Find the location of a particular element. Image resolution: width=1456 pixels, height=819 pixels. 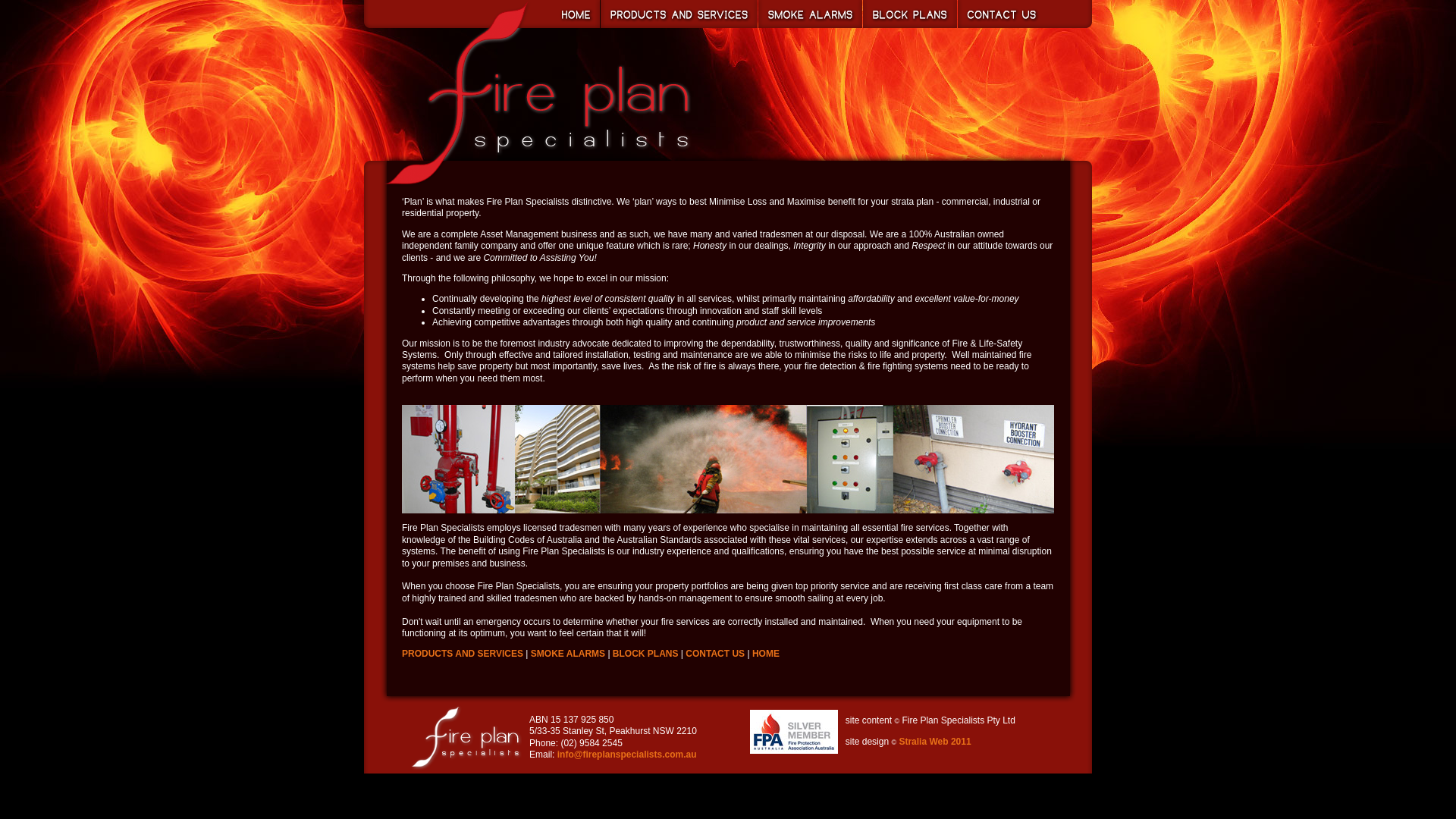

'BLOCK PLANS' is located at coordinates (612, 652).